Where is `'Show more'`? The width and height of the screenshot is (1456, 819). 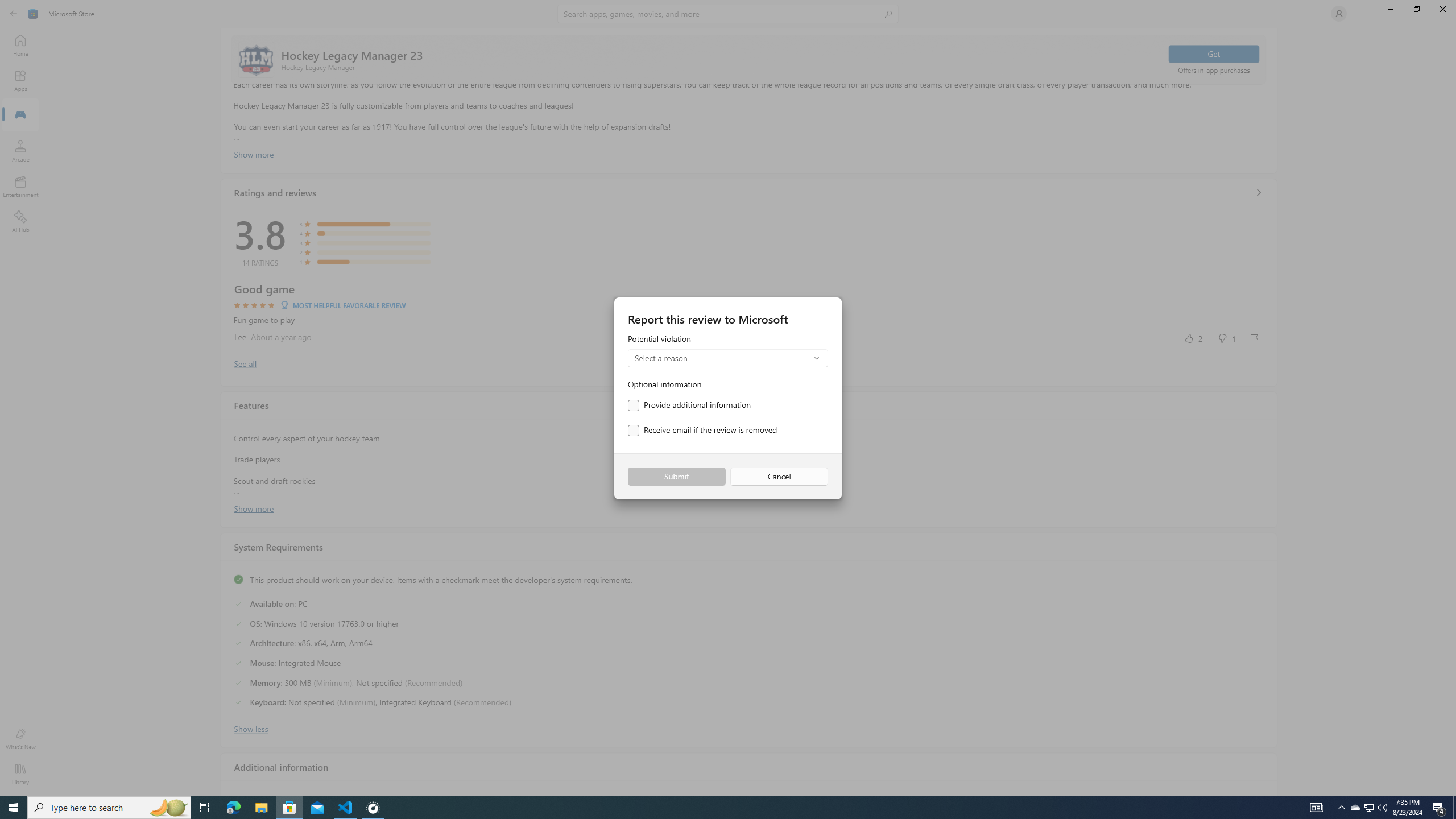
'Show more' is located at coordinates (253, 507).